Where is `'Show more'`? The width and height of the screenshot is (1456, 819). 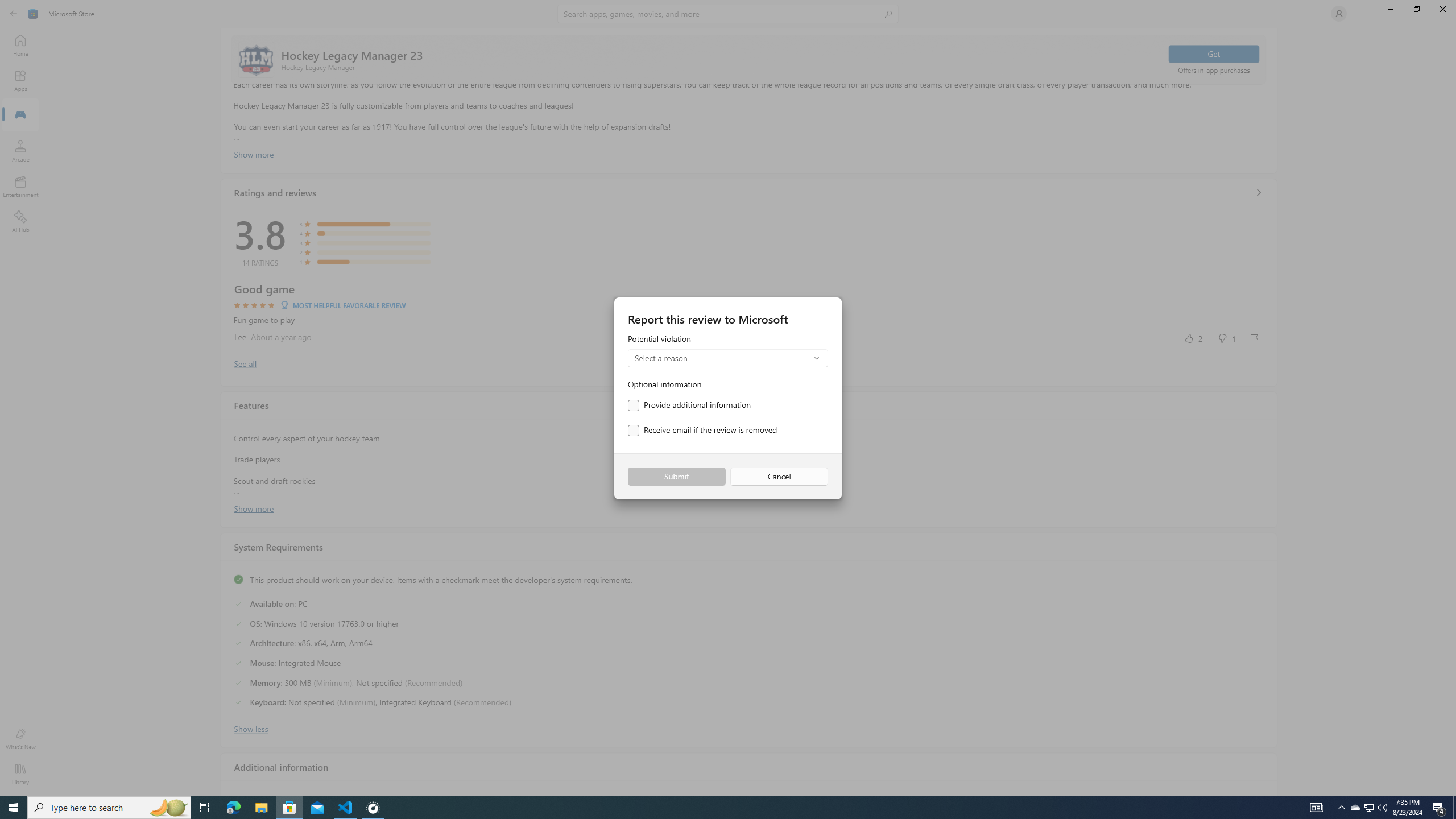
'Show more' is located at coordinates (253, 507).